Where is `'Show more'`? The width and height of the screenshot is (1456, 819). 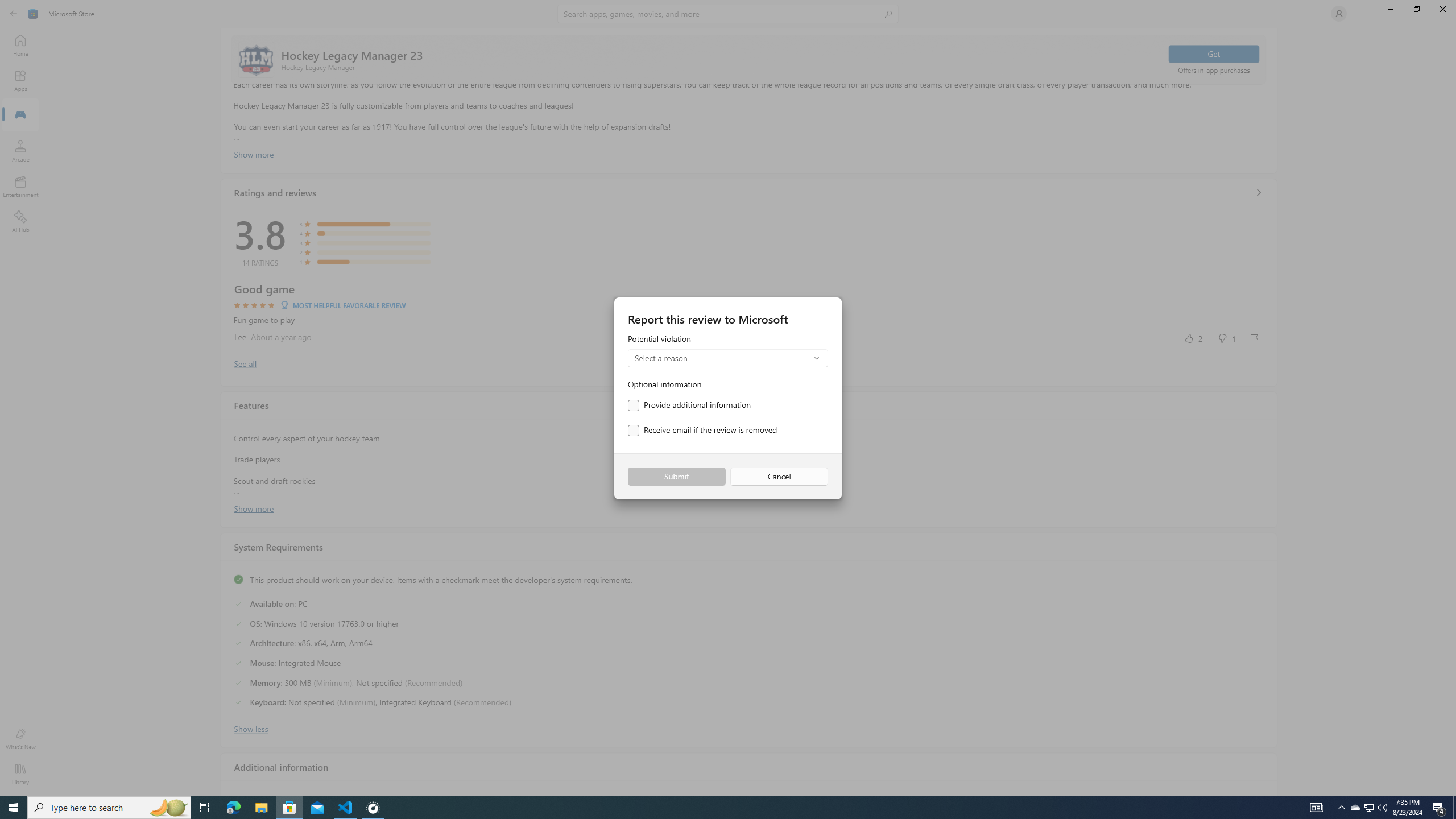
'Show more' is located at coordinates (253, 507).